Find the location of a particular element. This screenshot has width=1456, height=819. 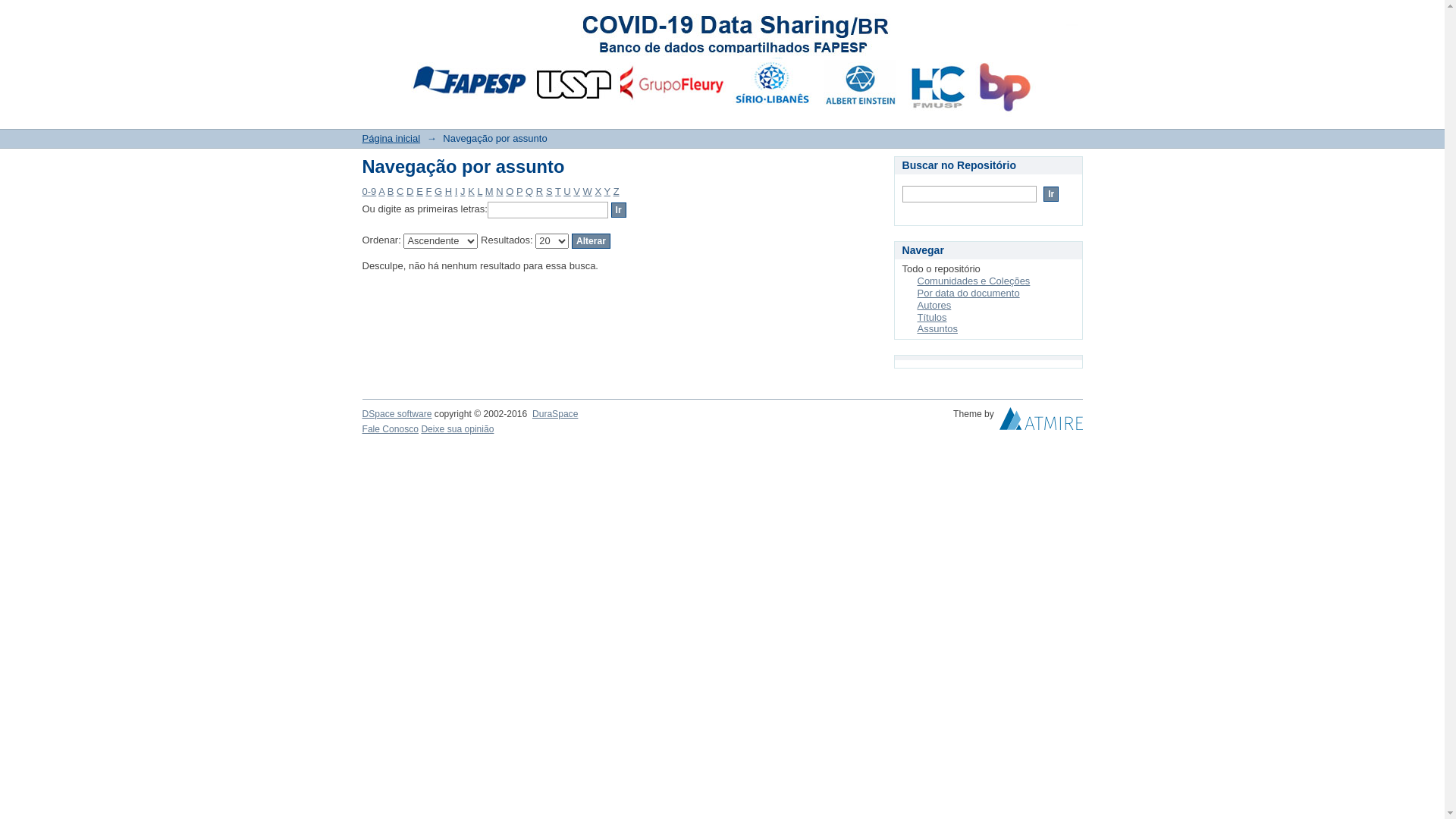

'Q' is located at coordinates (529, 190).